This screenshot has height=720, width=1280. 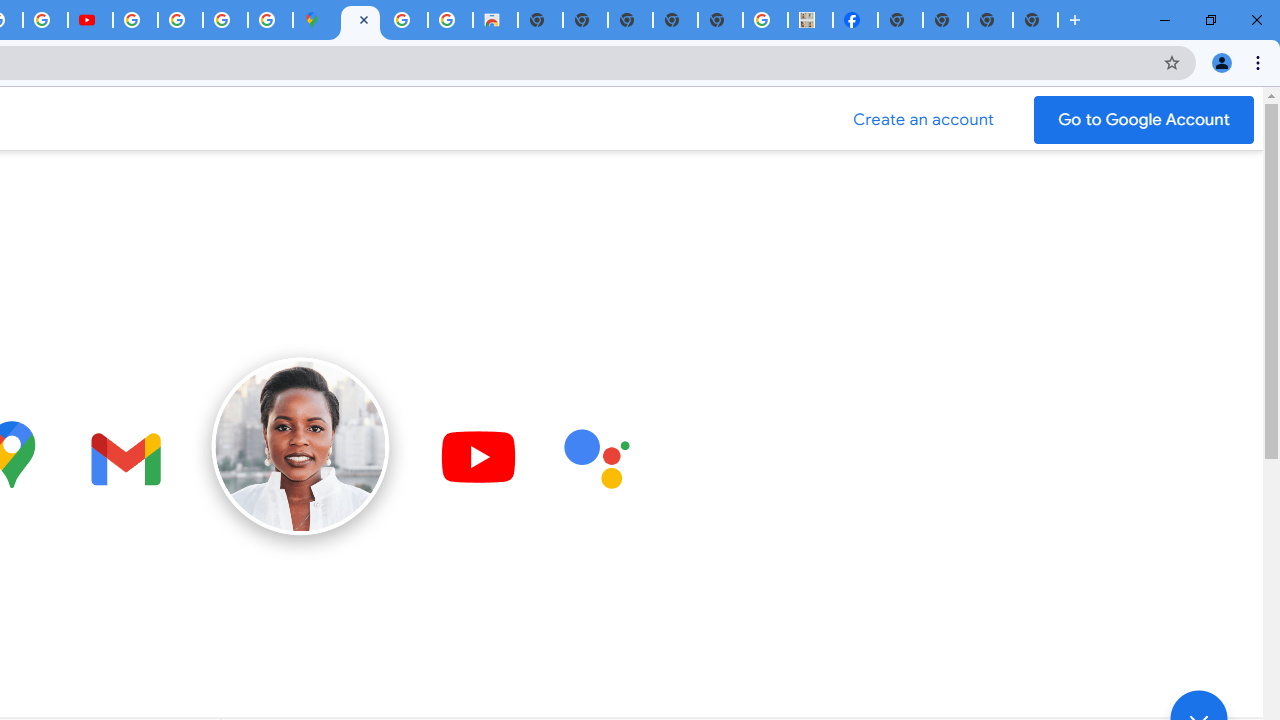 What do you see at coordinates (1171, 61) in the screenshot?
I see `'Bookmark this tab'` at bounding box center [1171, 61].